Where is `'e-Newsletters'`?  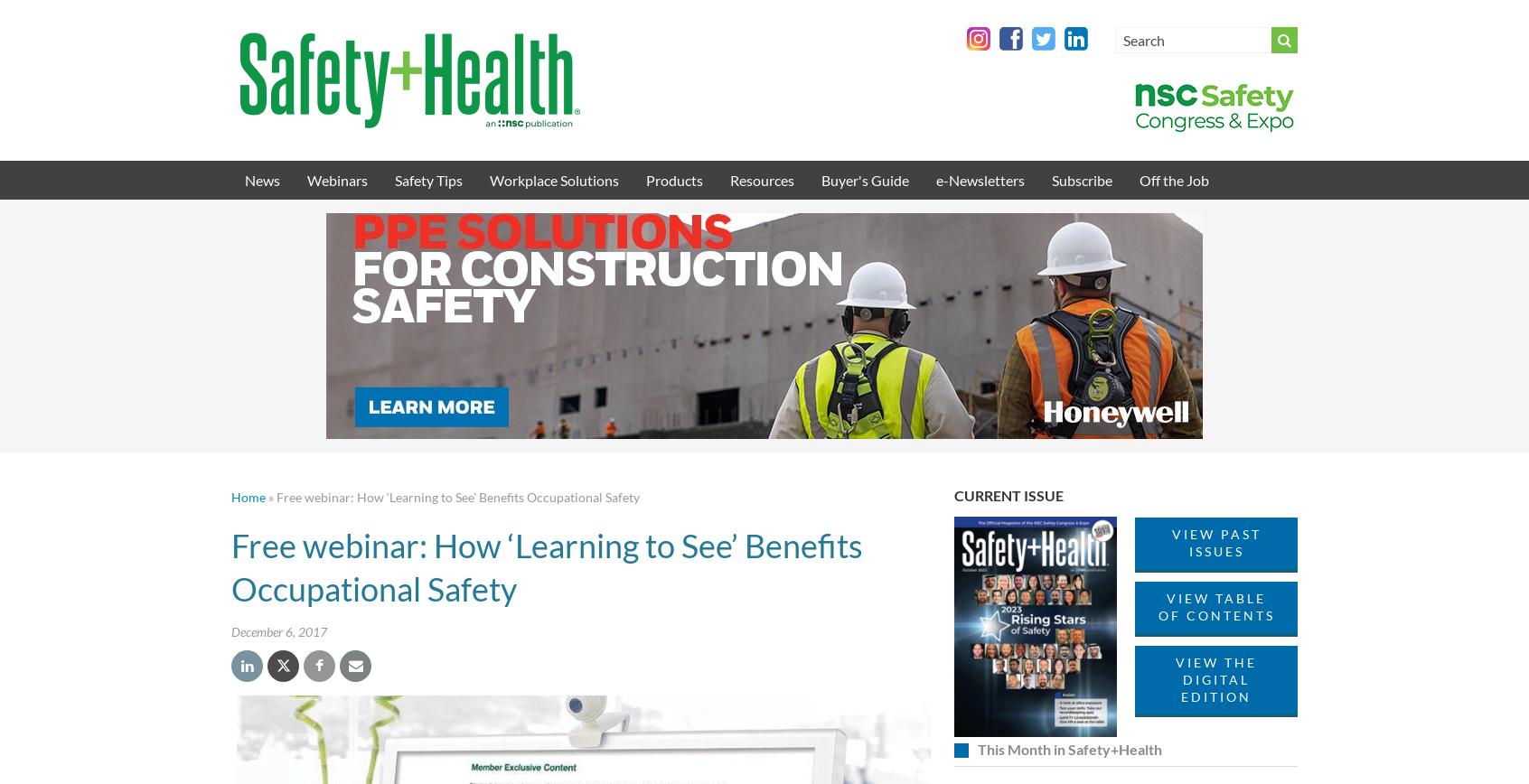 'e-Newsletters' is located at coordinates (980, 180).